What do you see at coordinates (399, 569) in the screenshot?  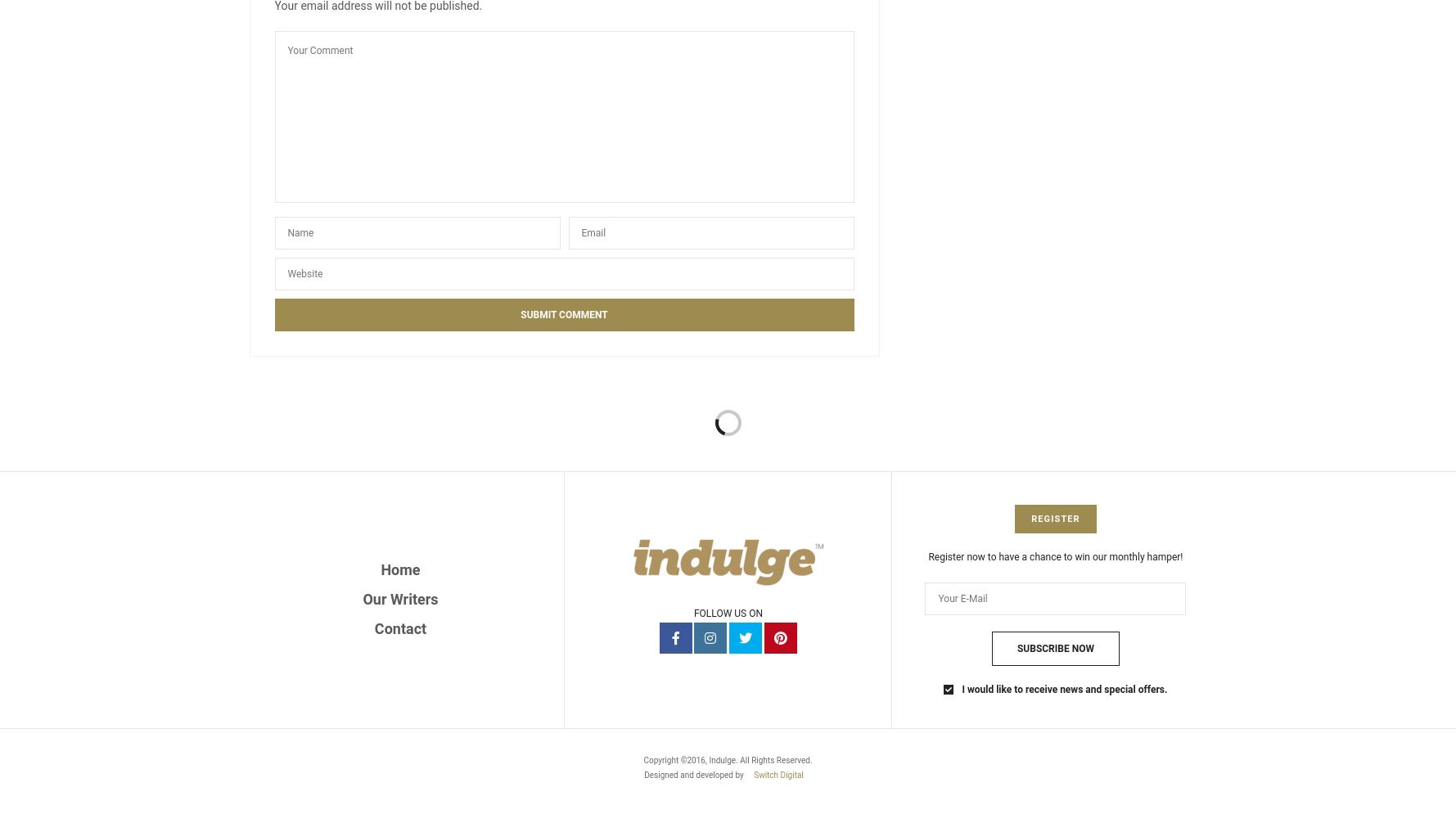 I see `'Home'` at bounding box center [399, 569].